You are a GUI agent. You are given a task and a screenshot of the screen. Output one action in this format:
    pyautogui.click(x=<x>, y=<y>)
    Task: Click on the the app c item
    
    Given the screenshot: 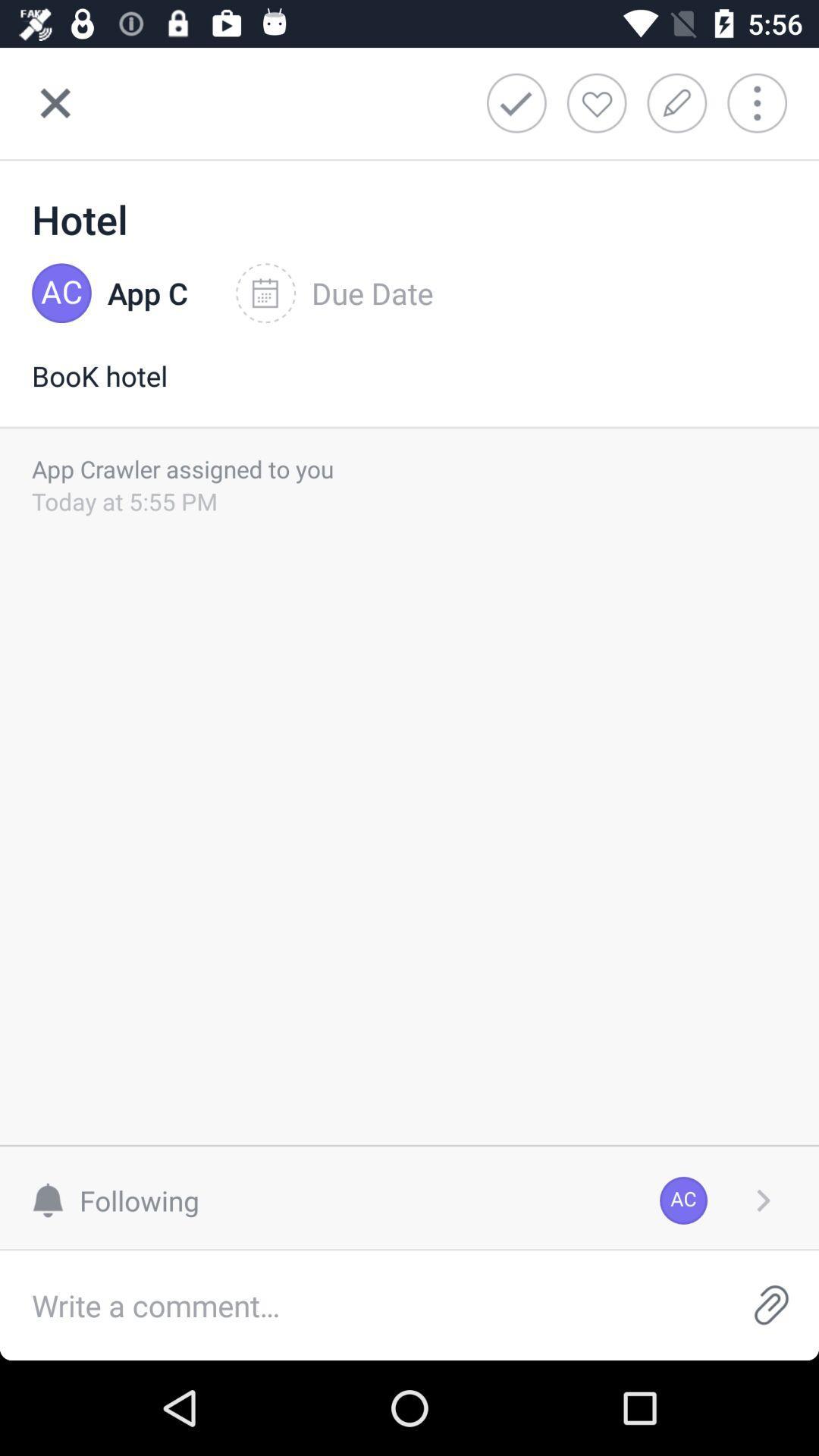 What is the action you would take?
    pyautogui.click(x=148, y=293)
    